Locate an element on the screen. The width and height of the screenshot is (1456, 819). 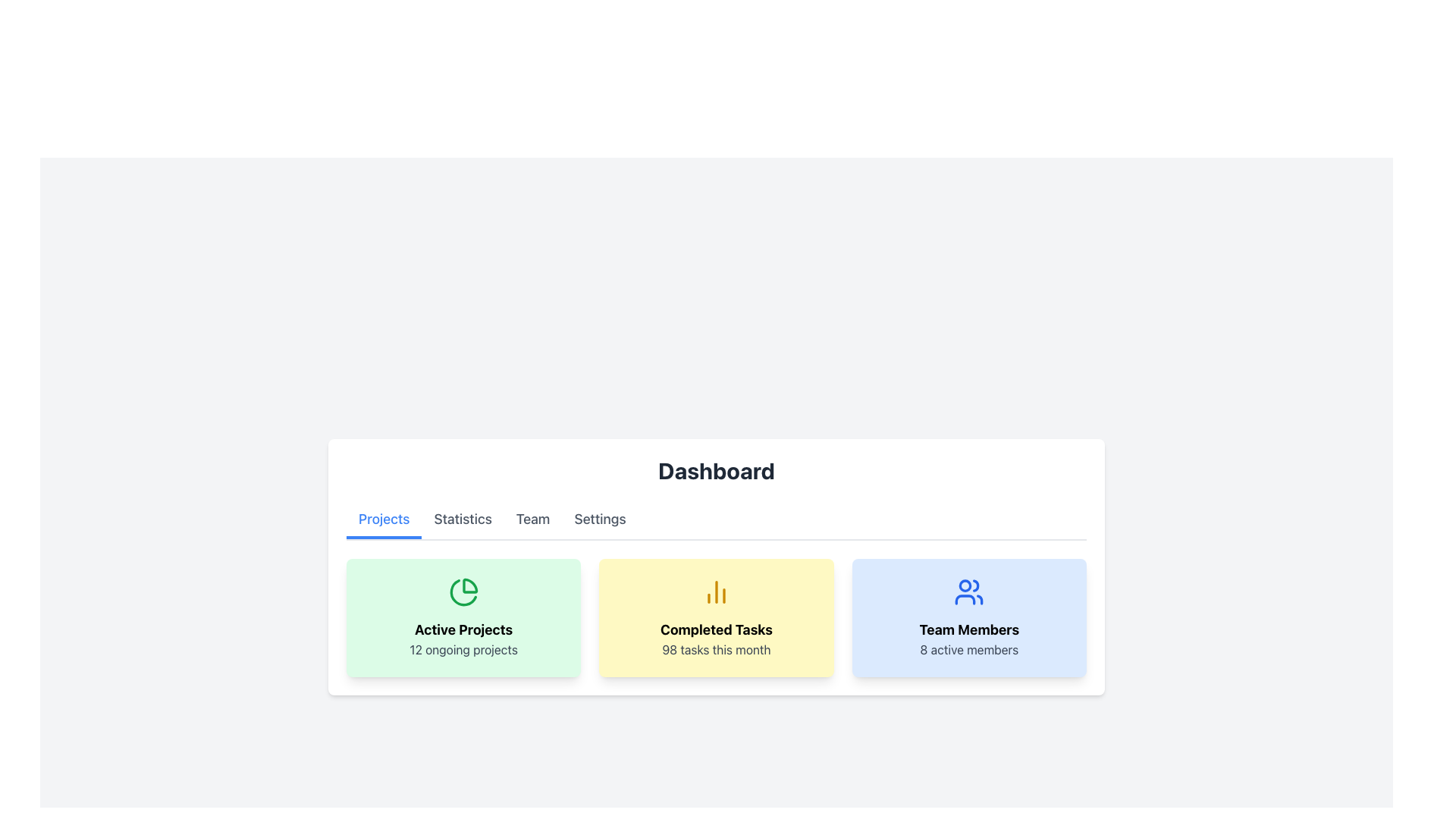
the 'Team Members' icon, which visually represents a group of users and is located above the text 'Team Members 8 active members' is located at coordinates (968, 591).